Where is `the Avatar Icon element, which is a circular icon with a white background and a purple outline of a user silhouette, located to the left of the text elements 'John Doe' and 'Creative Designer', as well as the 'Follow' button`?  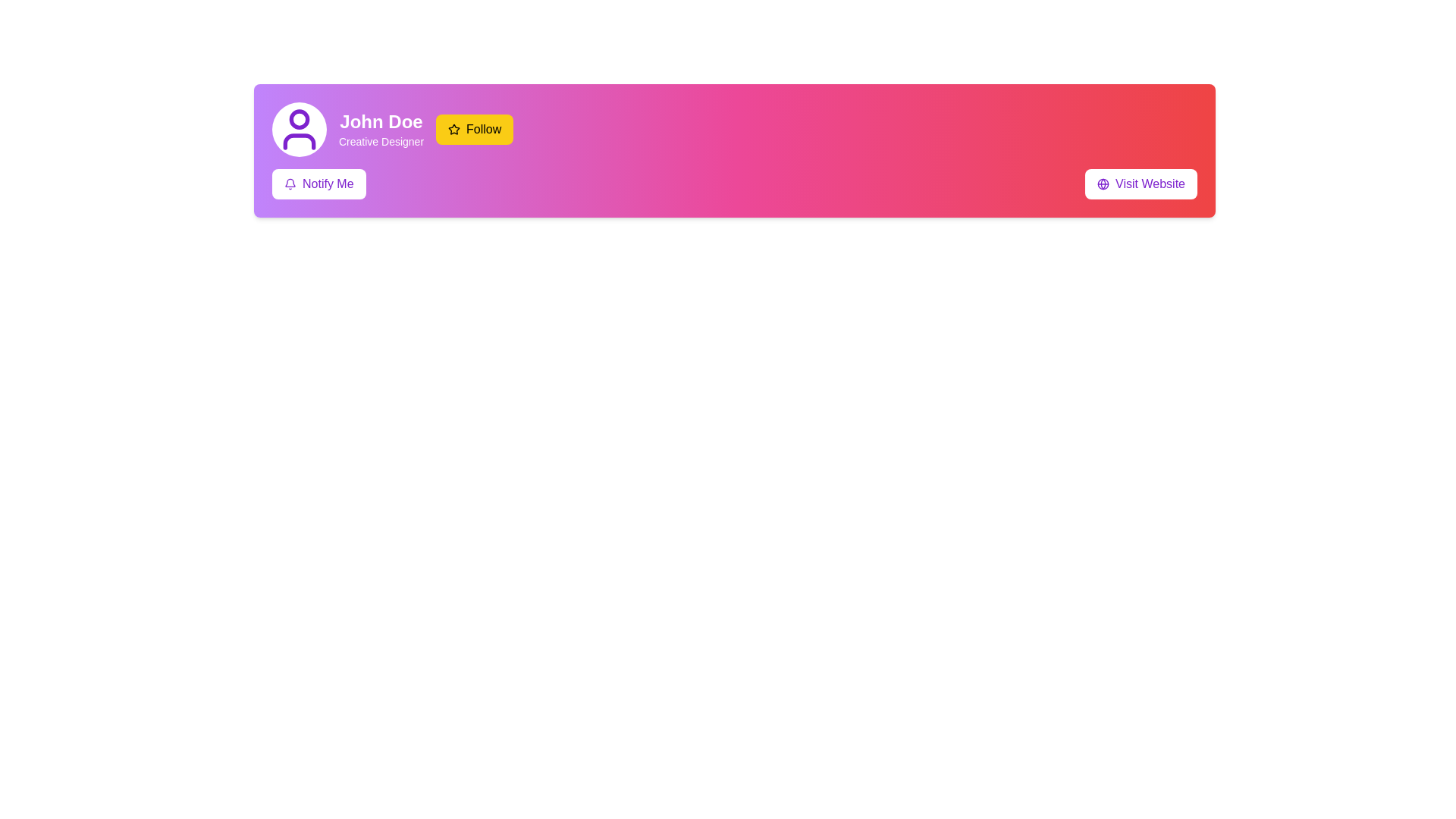
the Avatar Icon element, which is a circular icon with a white background and a purple outline of a user silhouette, located to the left of the text elements 'John Doe' and 'Creative Designer', as well as the 'Follow' button is located at coordinates (299, 128).